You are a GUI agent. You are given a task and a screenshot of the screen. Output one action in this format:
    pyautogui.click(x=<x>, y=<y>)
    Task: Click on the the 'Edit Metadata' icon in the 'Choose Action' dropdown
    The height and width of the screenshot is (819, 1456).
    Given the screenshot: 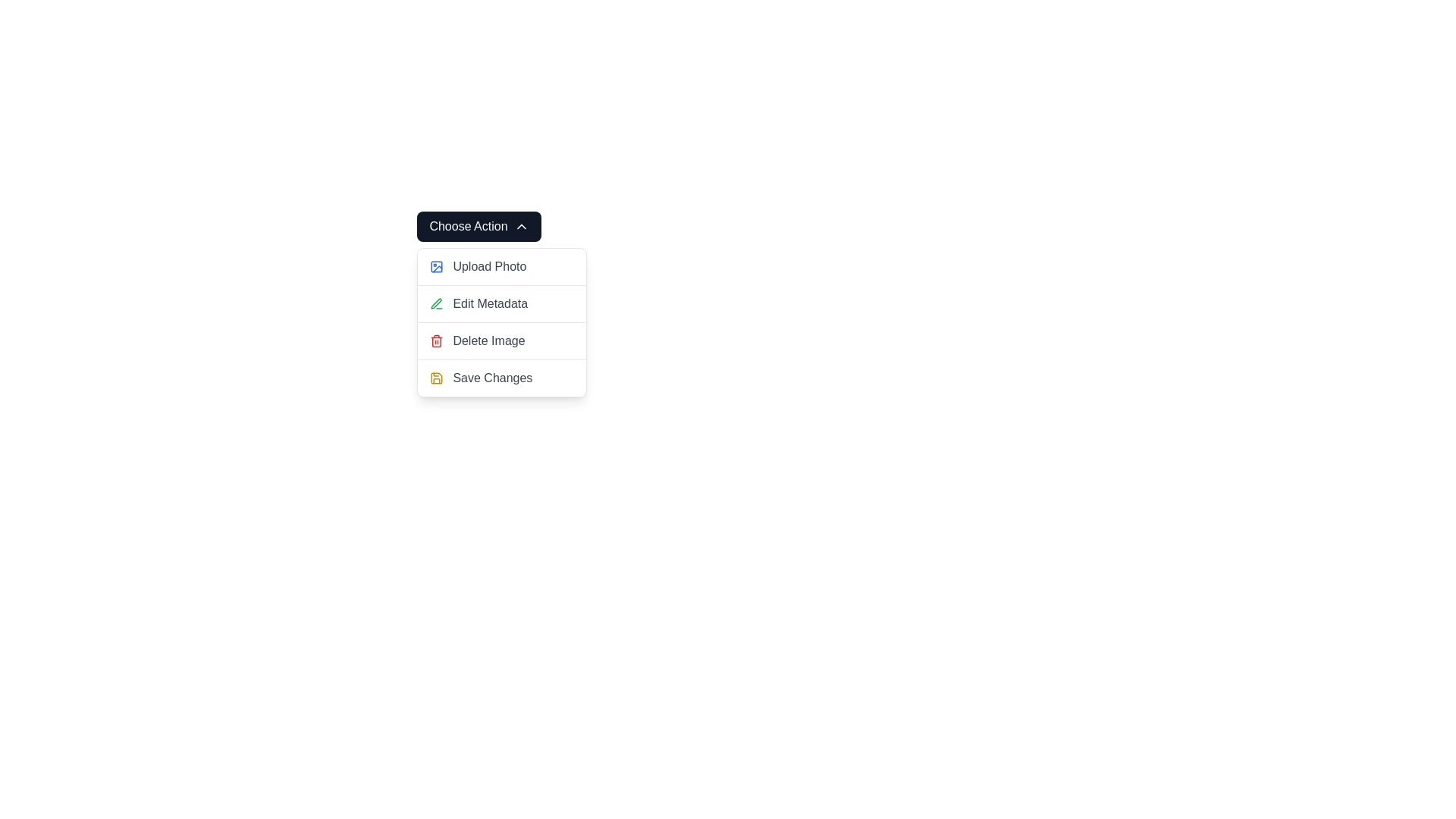 What is the action you would take?
    pyautogui.click(x=436, y=304)
    